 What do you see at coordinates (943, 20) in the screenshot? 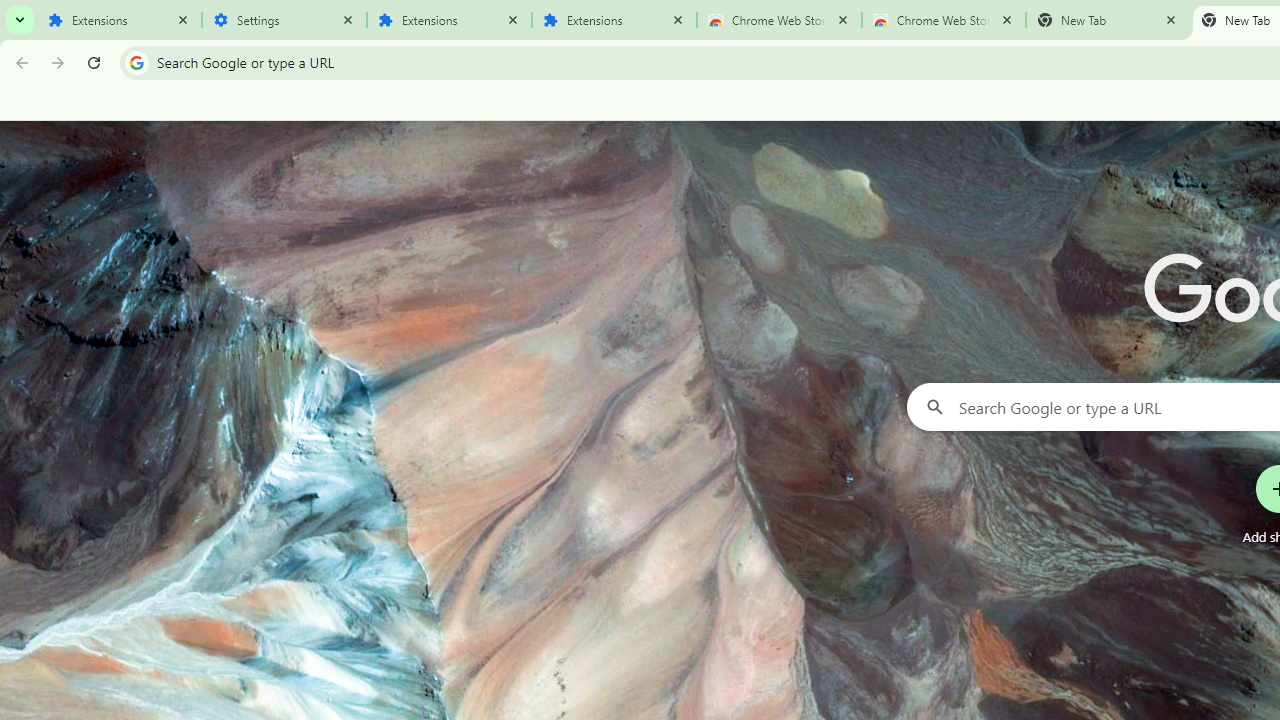
I see `'Chrome Web Store - Themes'` at bounding box center [943, 20].